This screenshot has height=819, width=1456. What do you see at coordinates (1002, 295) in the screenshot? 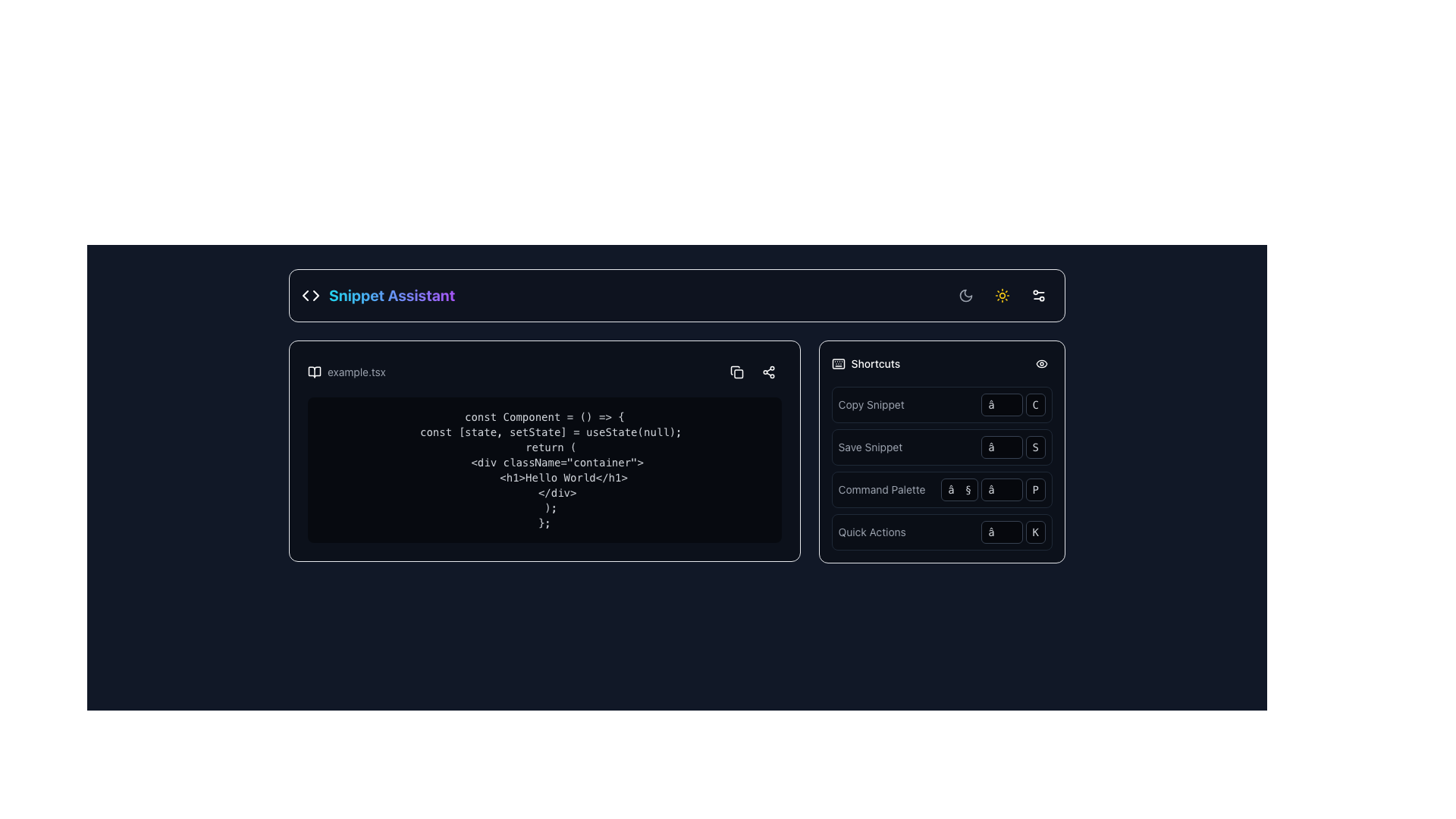
I see `the light mode toggle button located between the moon icon and the settings icon at the top-right corner of the interface` at bounding box center [1002, 295].